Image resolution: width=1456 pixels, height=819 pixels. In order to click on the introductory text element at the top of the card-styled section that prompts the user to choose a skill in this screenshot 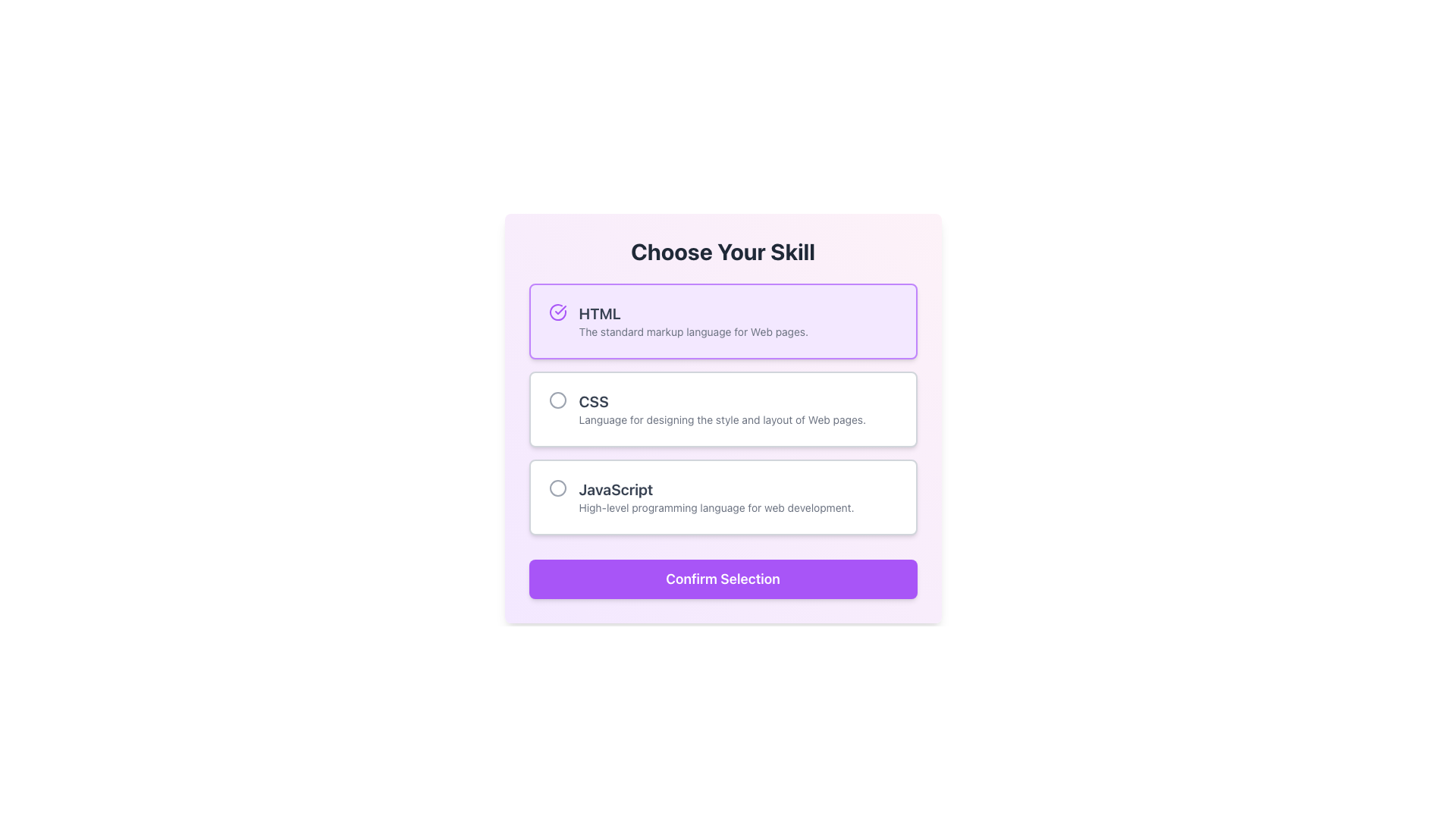, I will do `click(722, 250)`.